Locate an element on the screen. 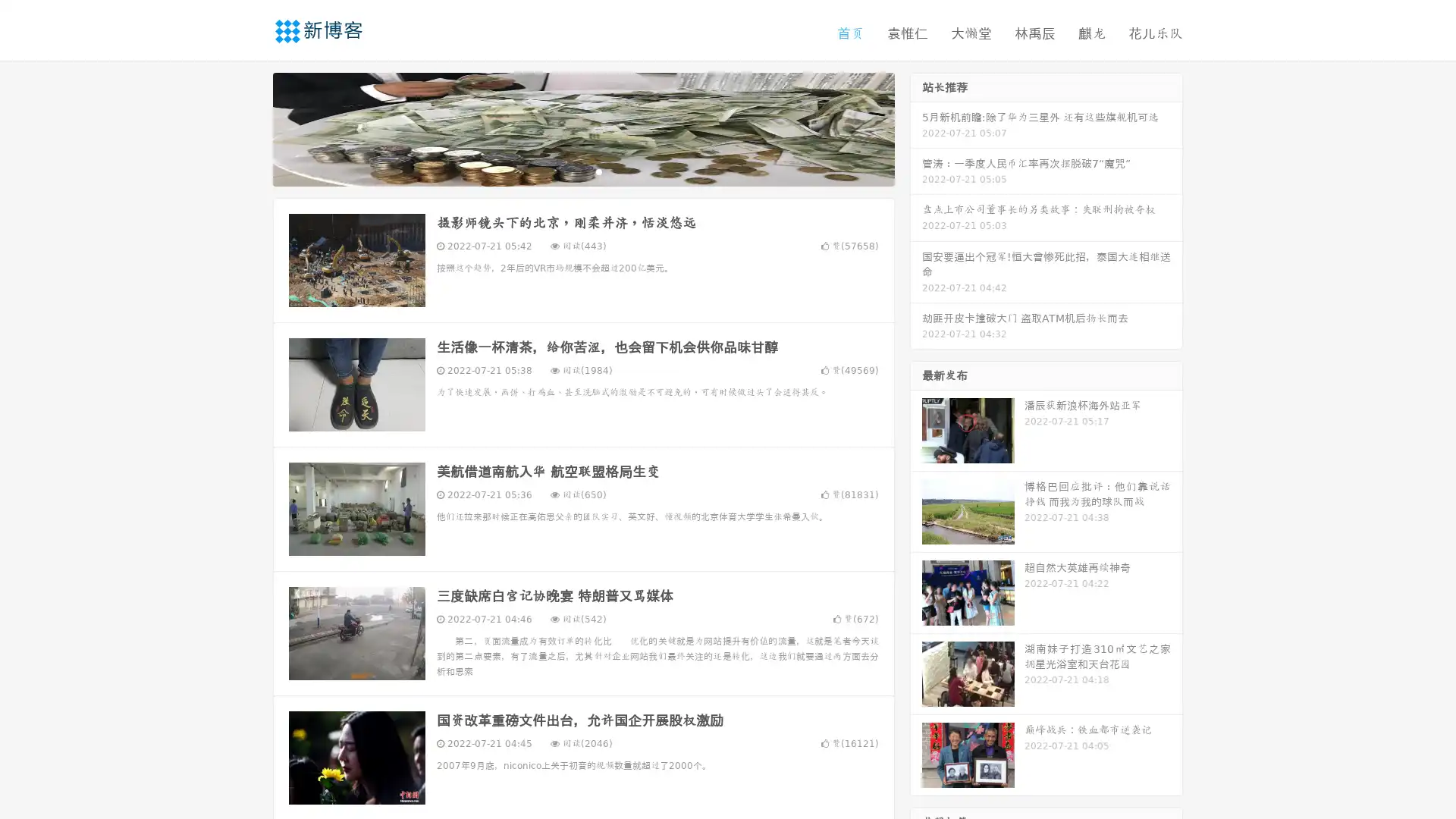 Image resolution: width=1456 pixels, height=819 pixels. Go to slide 2 is located at coordinates (582, 171).